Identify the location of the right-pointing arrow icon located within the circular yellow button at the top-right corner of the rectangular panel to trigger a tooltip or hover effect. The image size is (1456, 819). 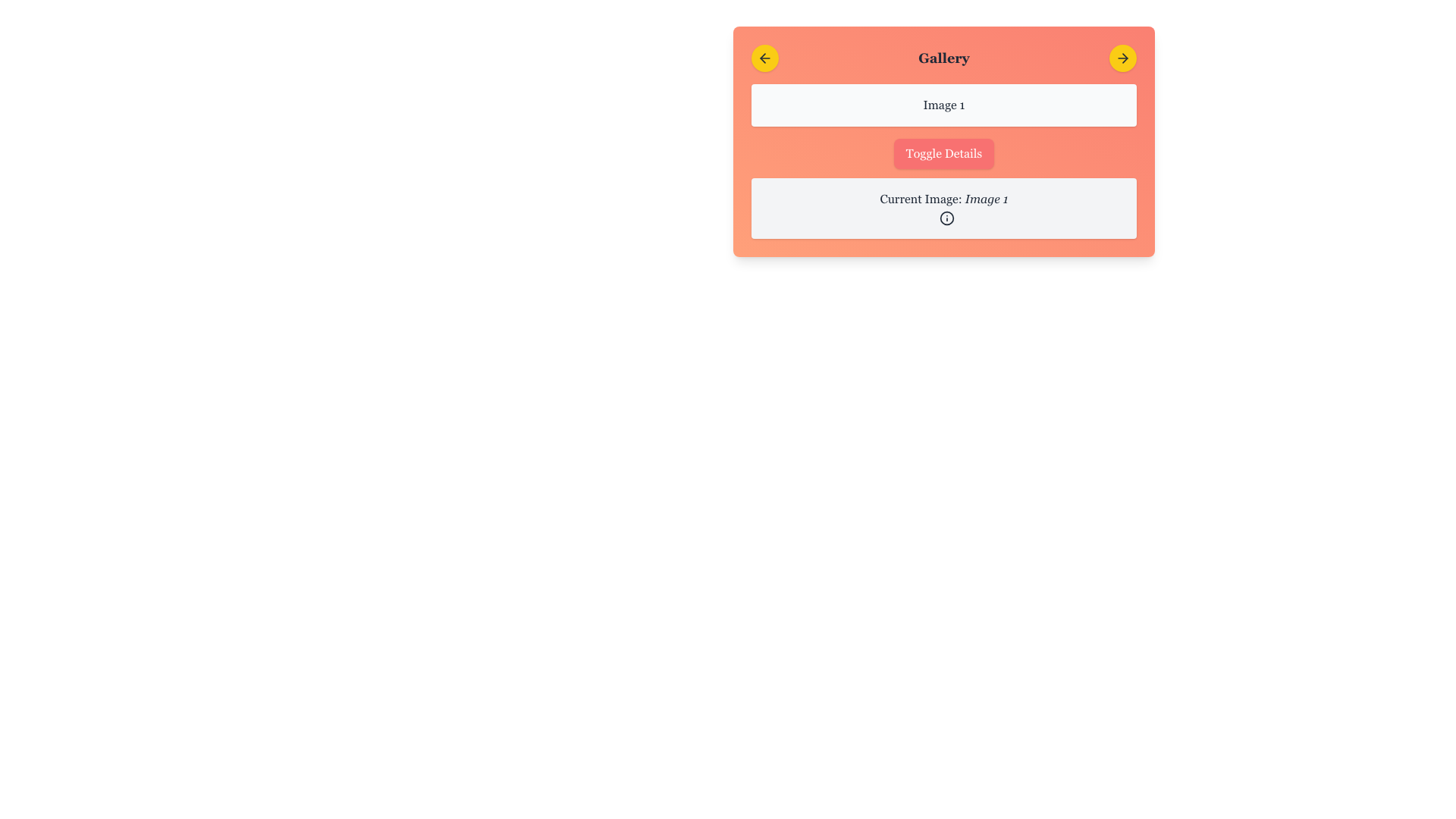
(1122, 58).